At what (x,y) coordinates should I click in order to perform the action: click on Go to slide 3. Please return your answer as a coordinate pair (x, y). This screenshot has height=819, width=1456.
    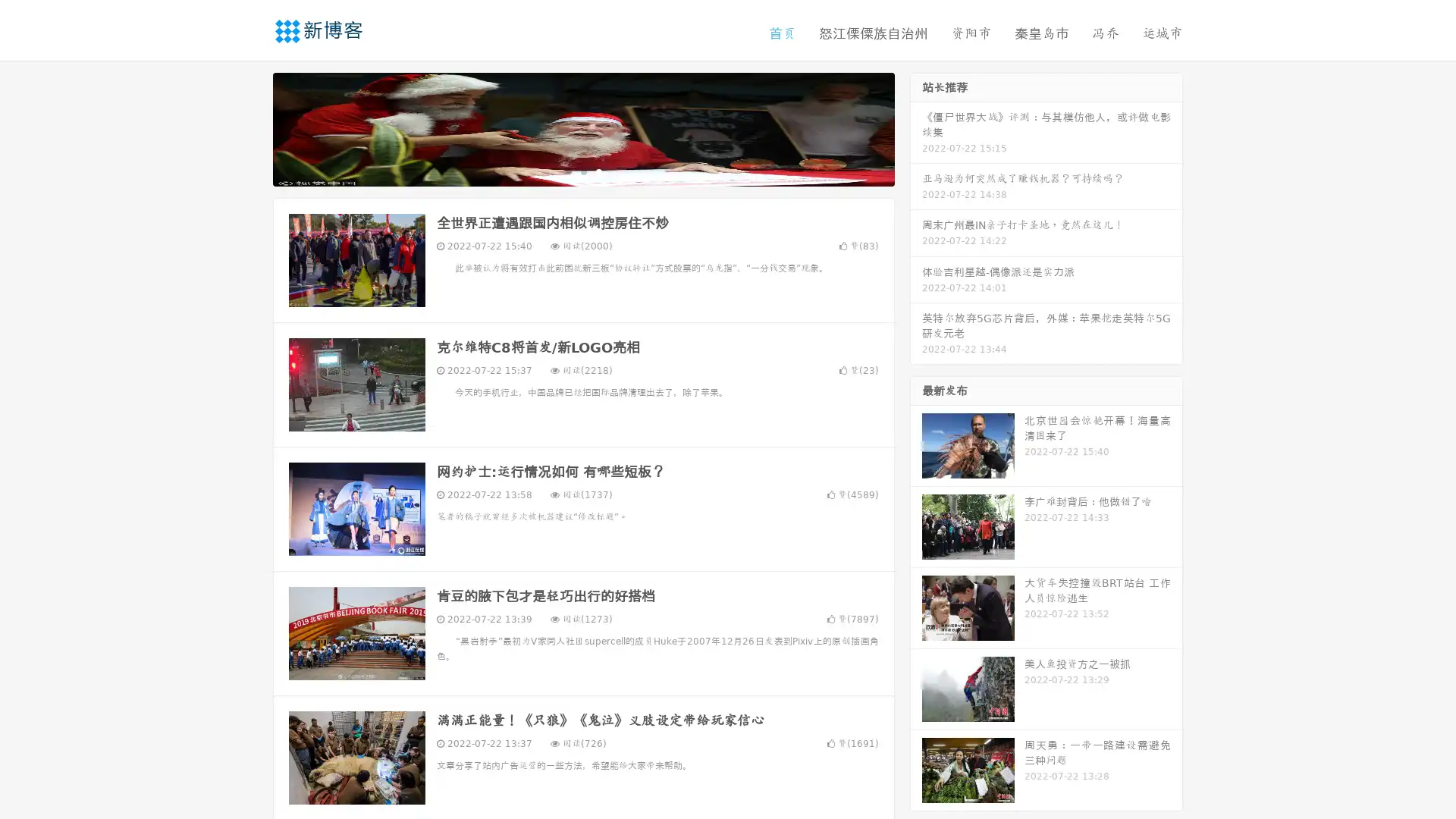
    Looking at the image, I should click on (598, 171).